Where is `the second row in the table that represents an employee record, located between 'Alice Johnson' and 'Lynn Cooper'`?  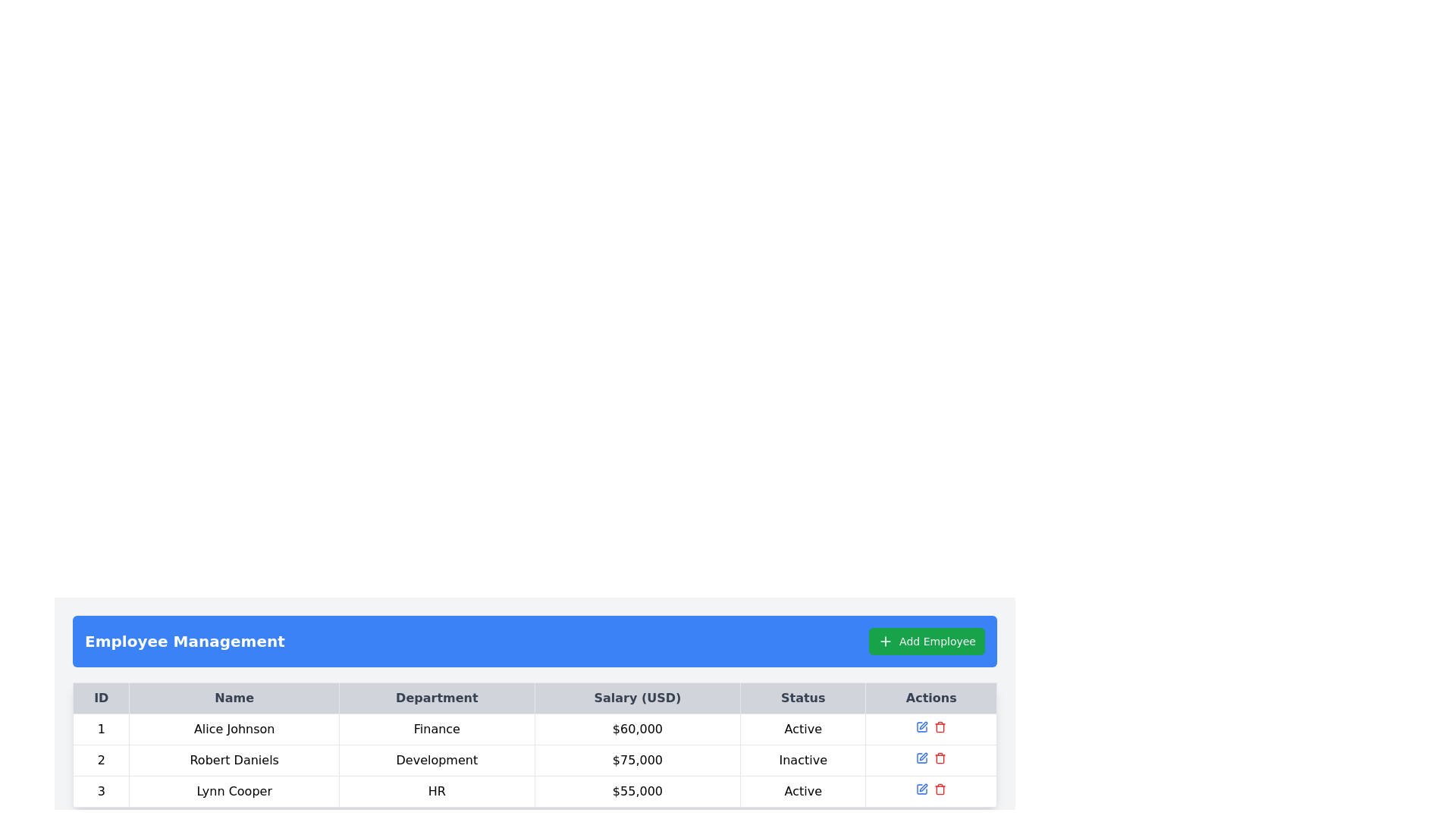 the second row in the table that represents an employee record, located between 'Alice Johnson' and 'Lynn Cooper' is located at coordinates (535, 760).